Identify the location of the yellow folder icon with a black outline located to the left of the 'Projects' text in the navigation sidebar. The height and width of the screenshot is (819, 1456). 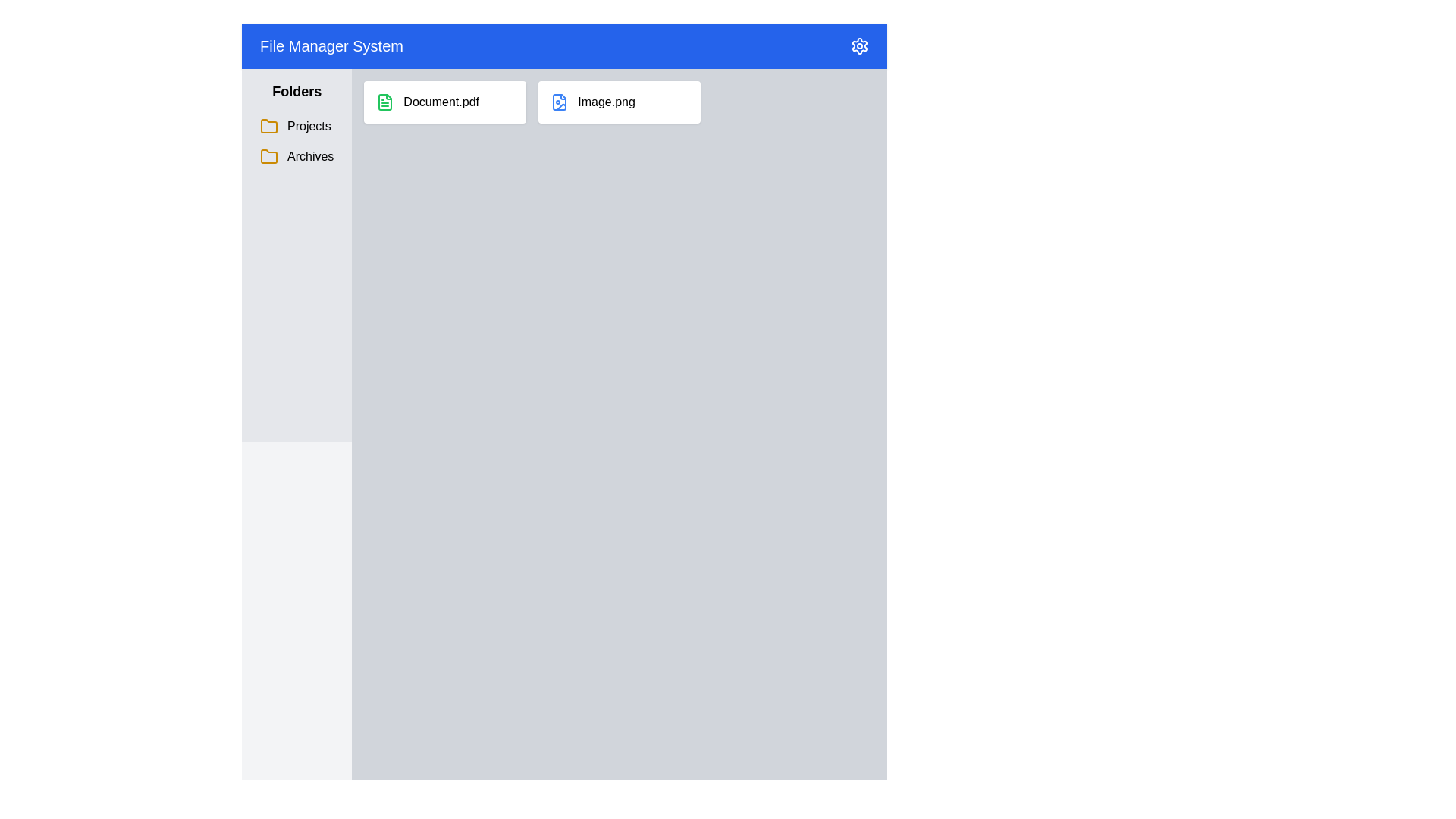
(269, 125).